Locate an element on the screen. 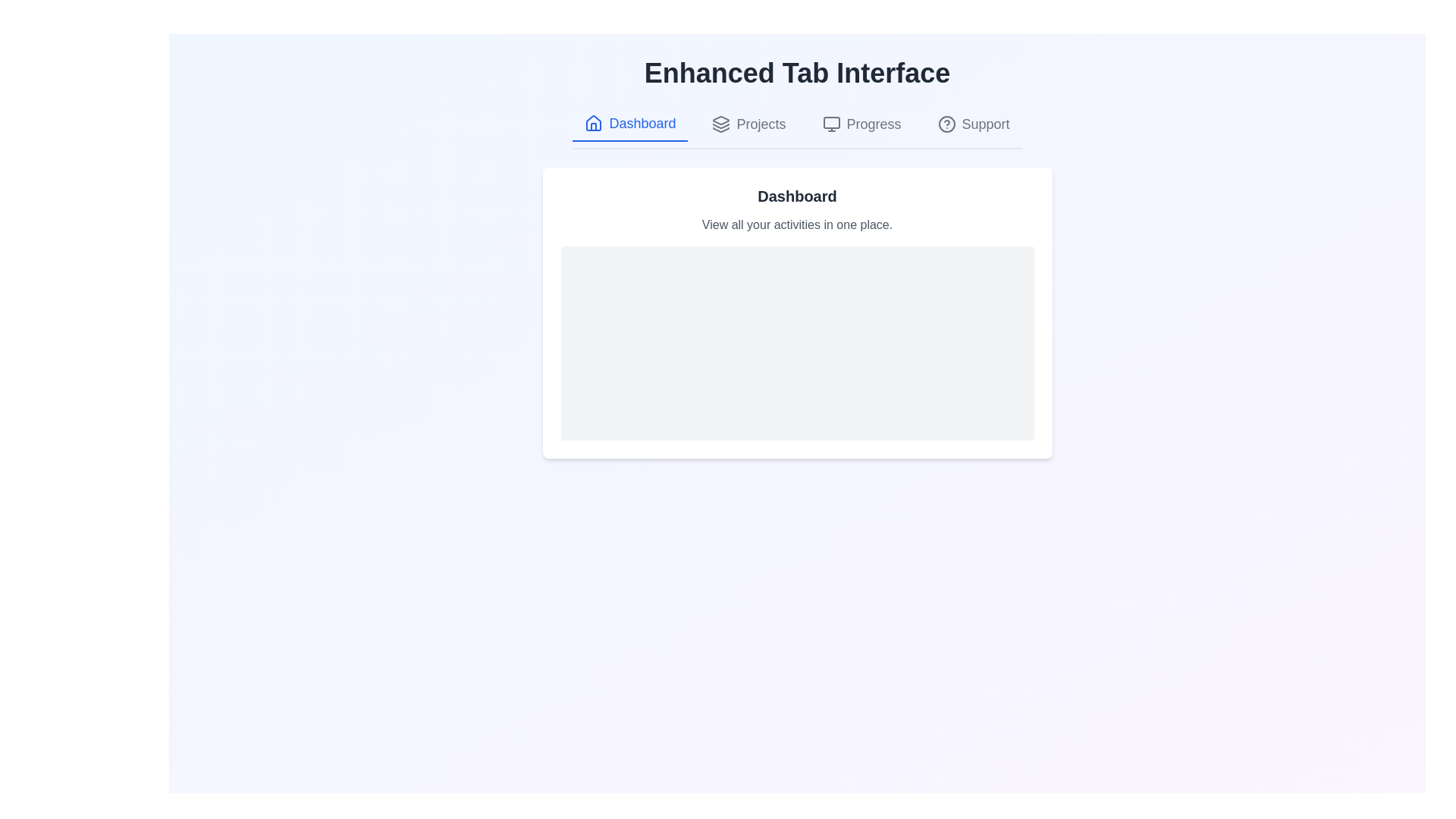 This screenshot has width=1456, height=819. the Dashboard tab is located at coordinates (629, 124).